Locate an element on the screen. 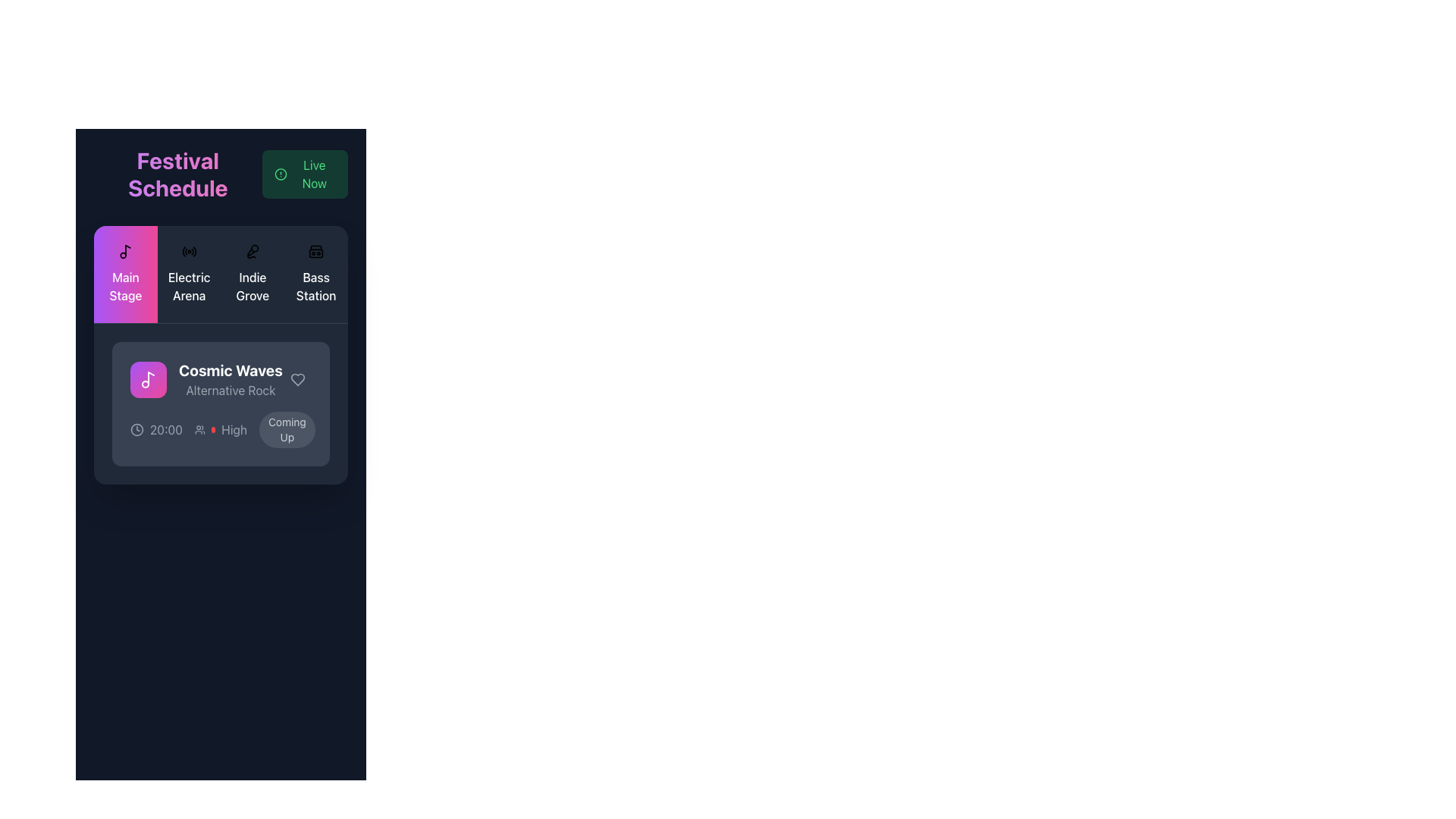  the first button in a row of four navigation buttons, positioned at the far left is located at coordinates (125, 275).